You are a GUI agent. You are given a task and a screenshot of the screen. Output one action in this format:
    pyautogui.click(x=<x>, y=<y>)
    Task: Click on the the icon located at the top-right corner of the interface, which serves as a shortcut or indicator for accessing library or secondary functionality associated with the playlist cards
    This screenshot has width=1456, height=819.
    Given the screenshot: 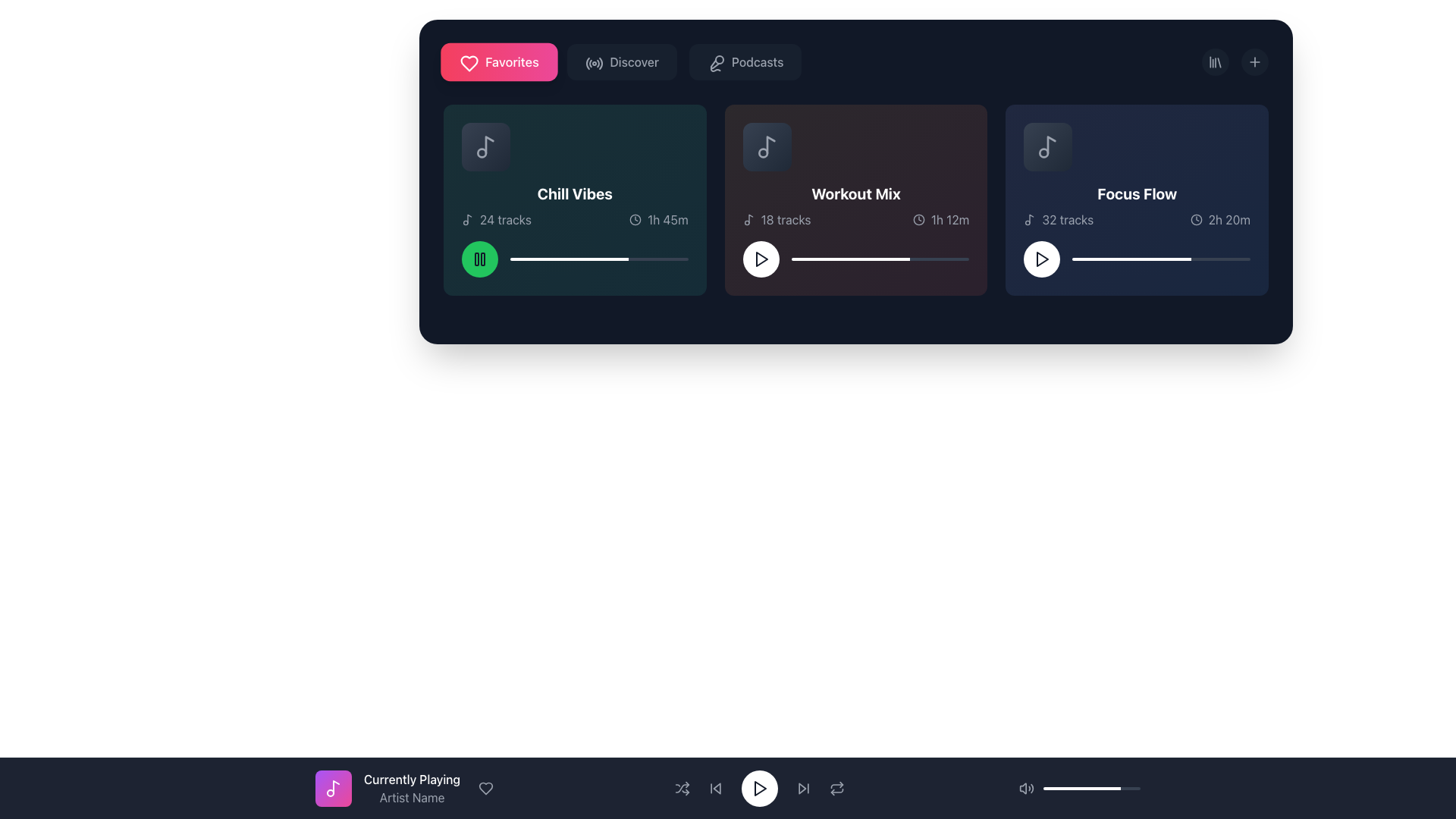 What is the action you would take?
    pyautogui.click(x=1216, y=61)
    